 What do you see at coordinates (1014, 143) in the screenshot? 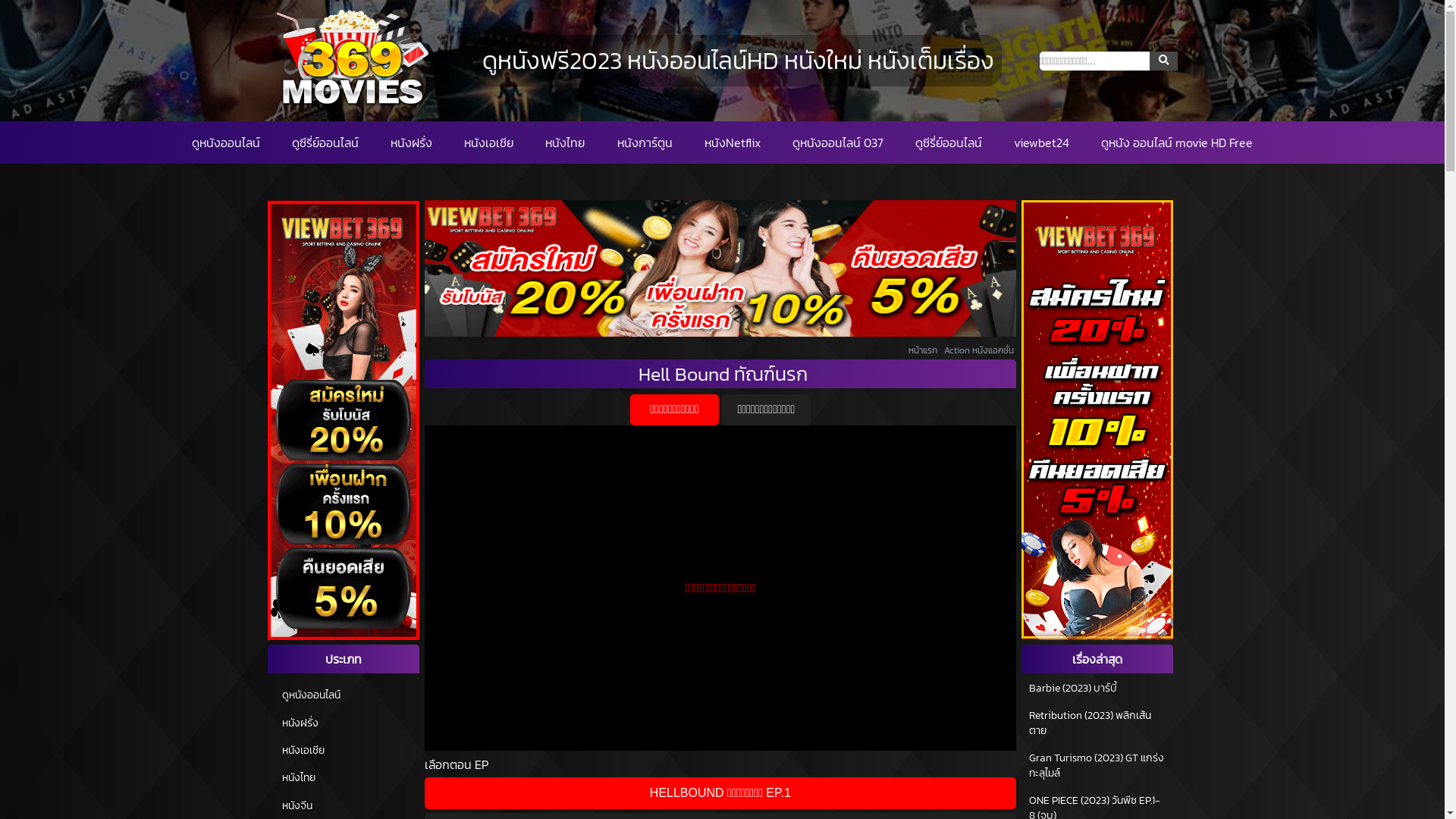
I see `'viewbet24'` at bounding box center [1014, 143].